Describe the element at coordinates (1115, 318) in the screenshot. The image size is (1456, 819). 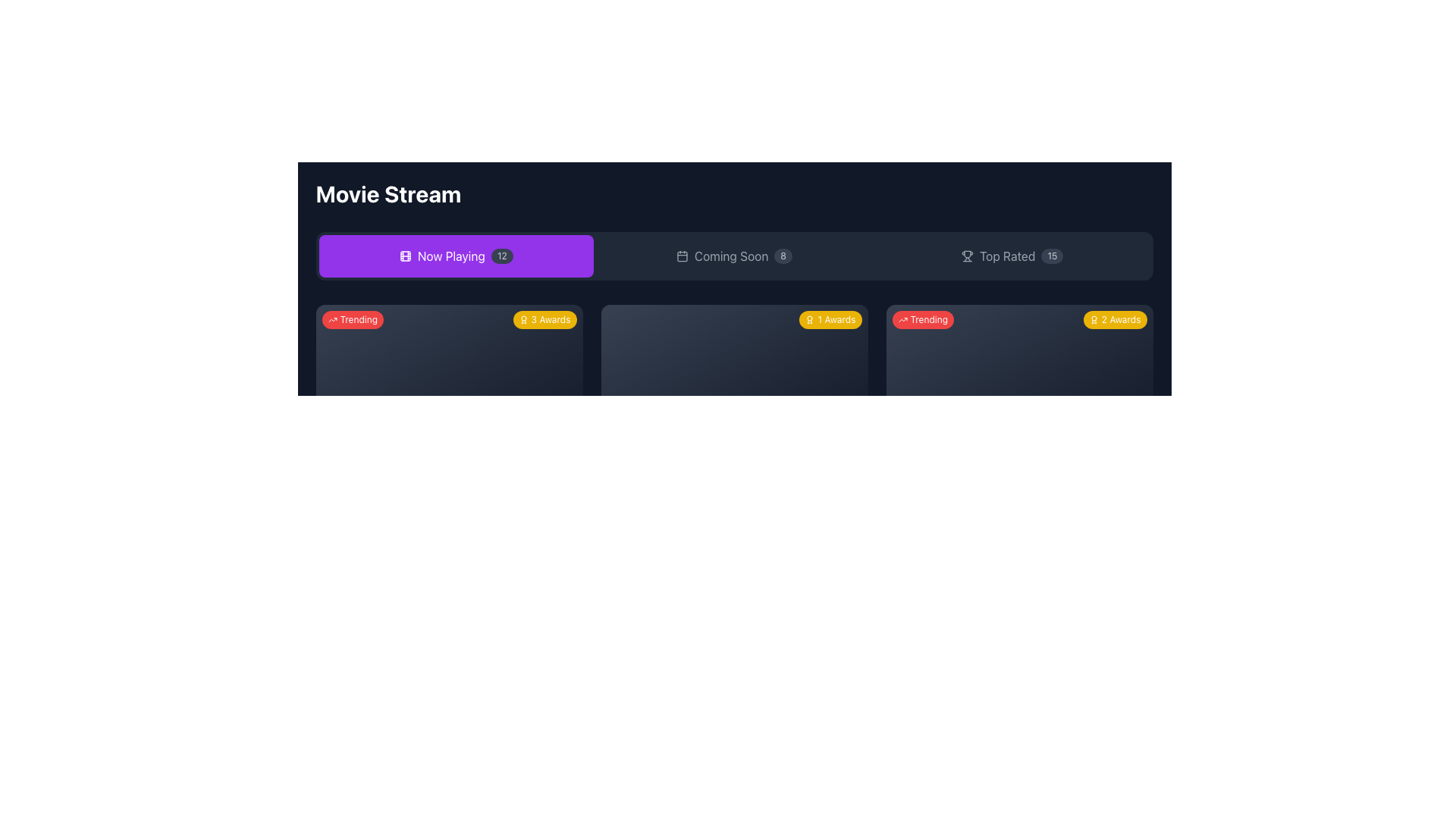
I see `the badge indicating that the associated item has received two awards, located in the top-right corner of the third card in a horizontal sequence` at that location.